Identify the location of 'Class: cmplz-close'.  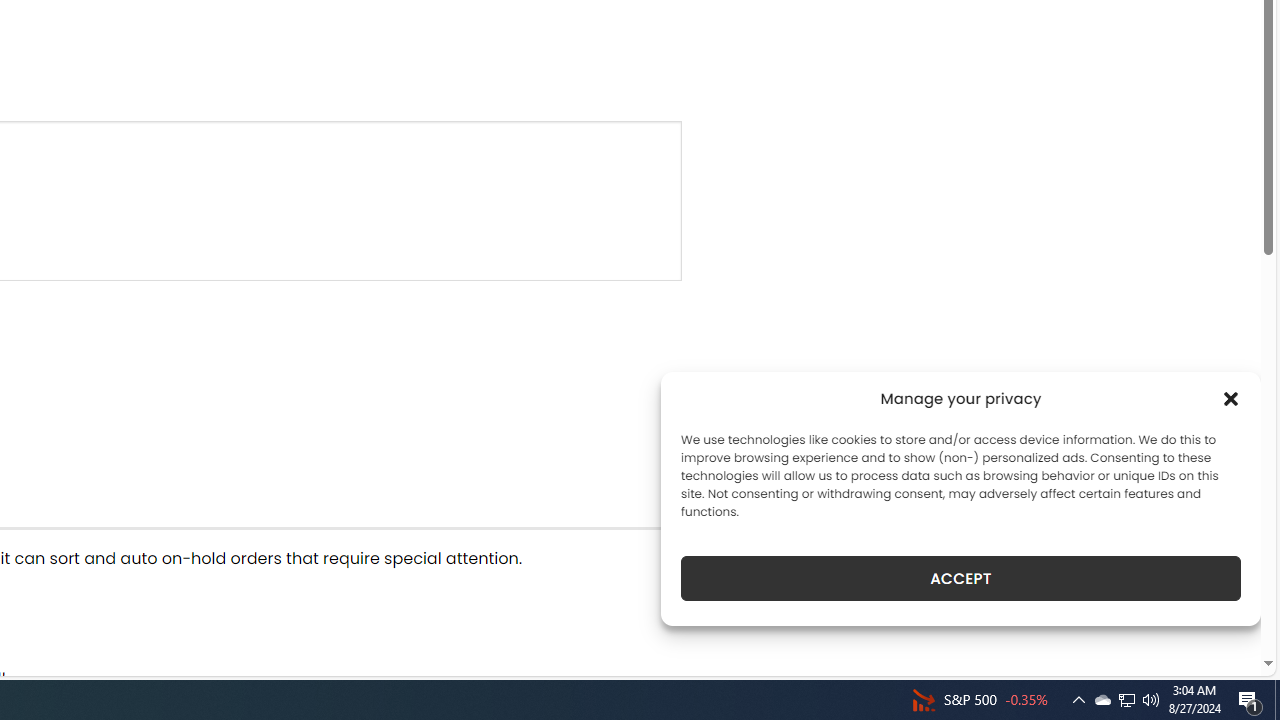
(1230, 398).